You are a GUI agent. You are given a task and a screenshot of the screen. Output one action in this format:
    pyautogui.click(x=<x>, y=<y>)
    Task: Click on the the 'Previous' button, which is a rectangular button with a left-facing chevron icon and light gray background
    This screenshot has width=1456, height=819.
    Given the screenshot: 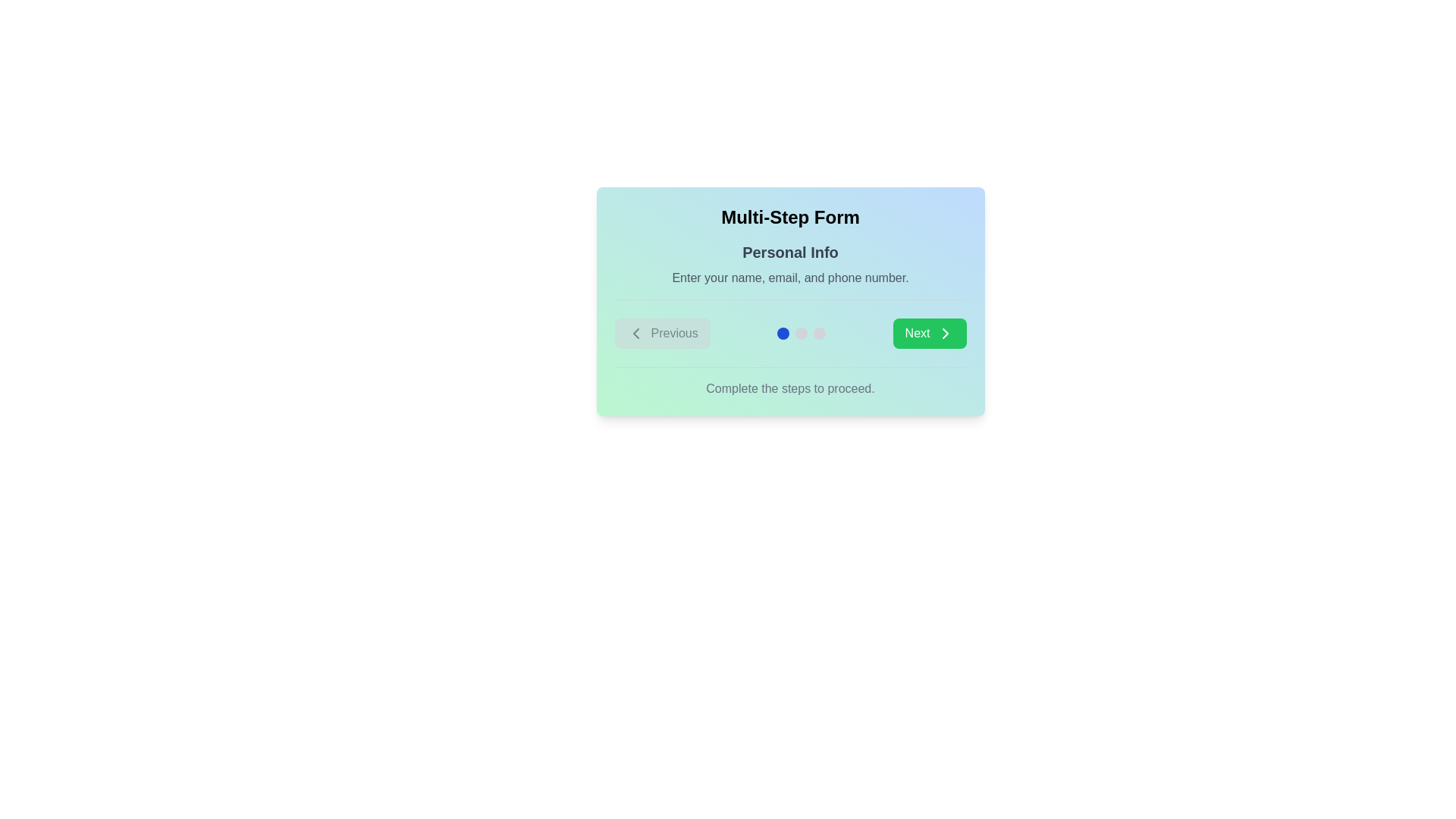 What is the action you would take?
    pyautogui.click(x=662, y=332)
    